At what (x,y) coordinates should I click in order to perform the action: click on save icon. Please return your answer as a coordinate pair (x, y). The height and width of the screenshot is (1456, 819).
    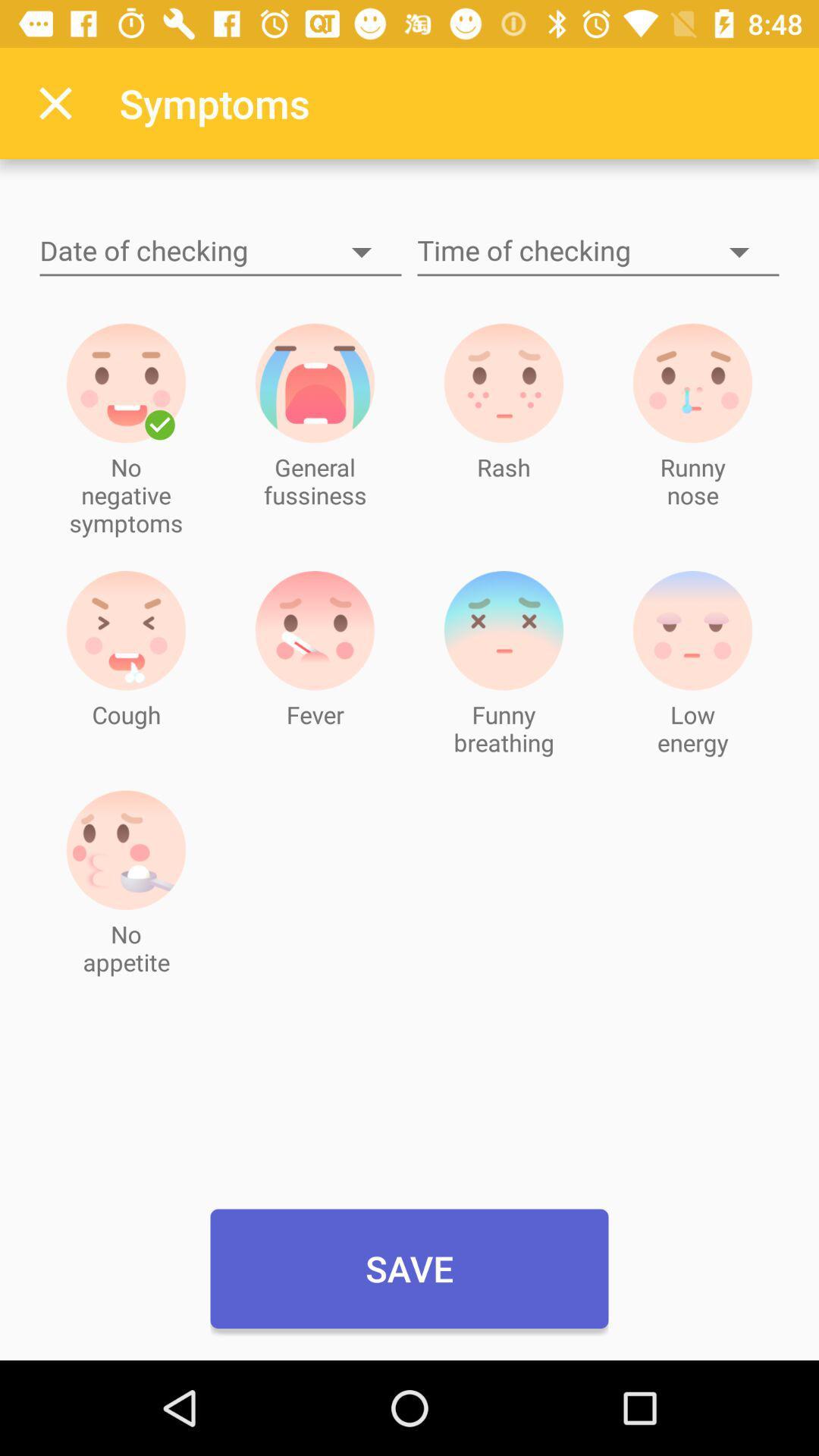
    Looking at the image, I should click on (409, 1269).